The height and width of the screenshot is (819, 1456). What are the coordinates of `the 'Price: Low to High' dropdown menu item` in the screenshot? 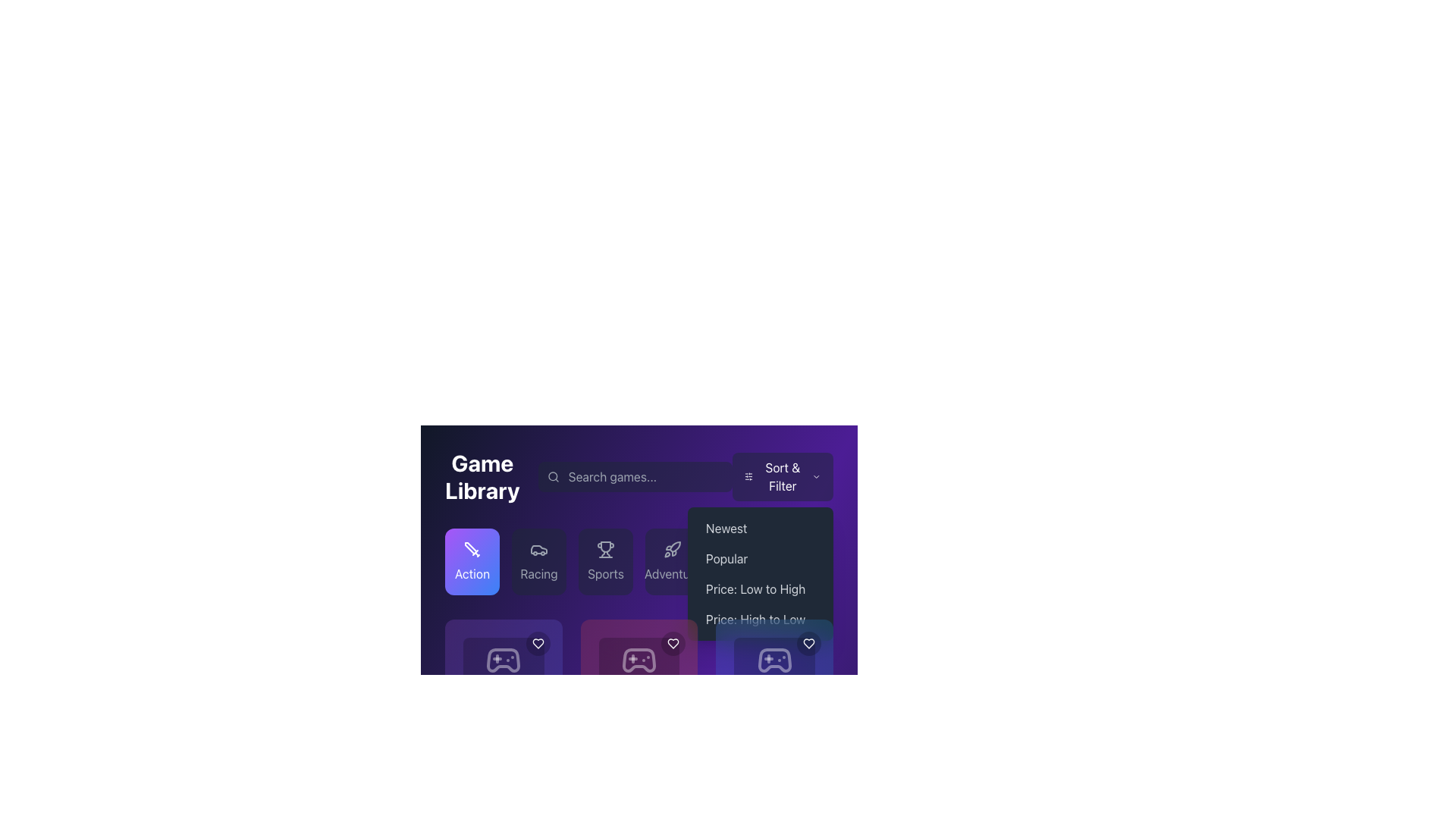 It's located at (761, 588).